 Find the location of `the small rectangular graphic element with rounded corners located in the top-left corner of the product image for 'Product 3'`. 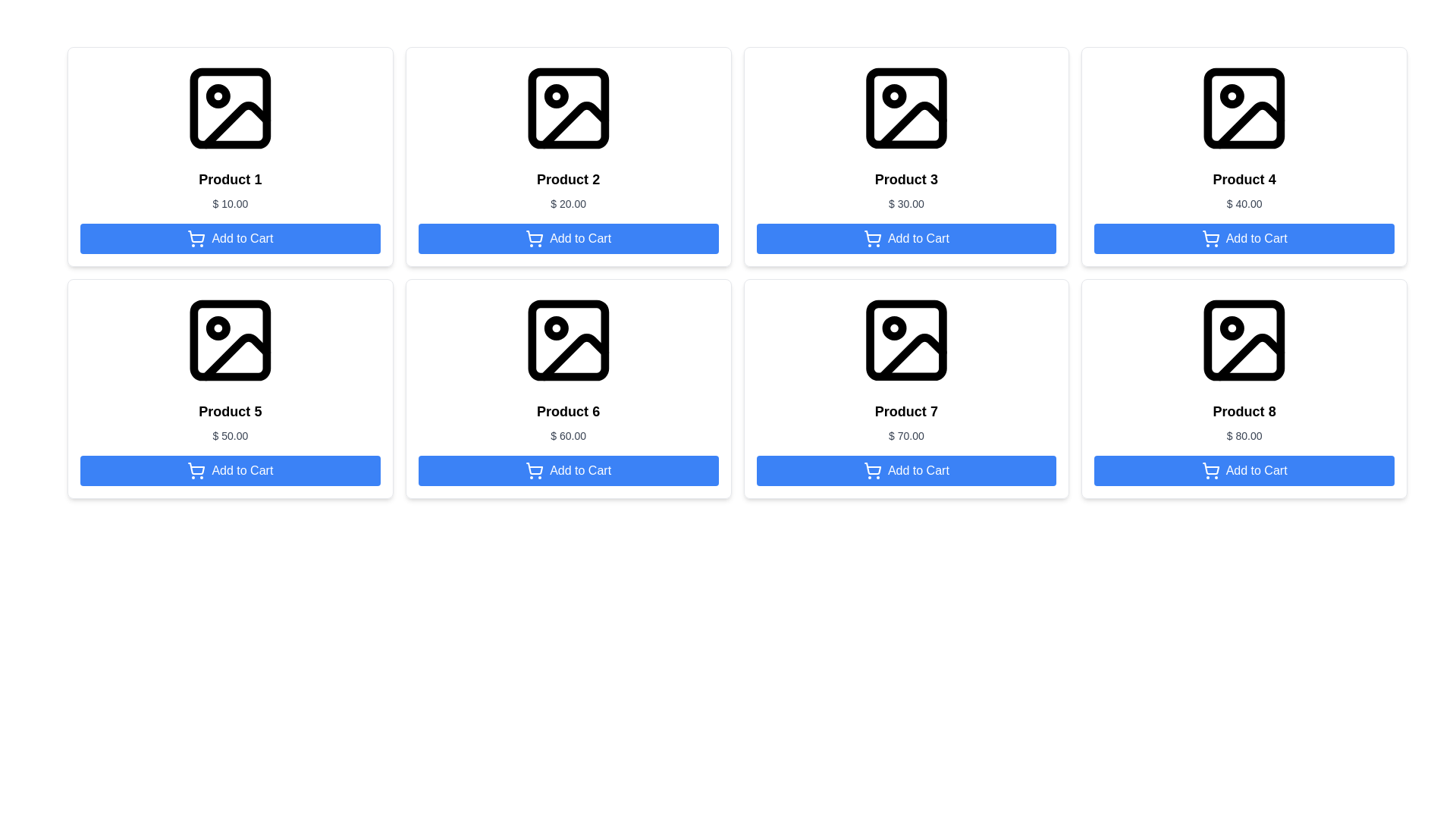

the small rectangular graphic element with rounded corners located in the top-left corner of the product image for 'Product 3' is located at coordinates (906, 107).